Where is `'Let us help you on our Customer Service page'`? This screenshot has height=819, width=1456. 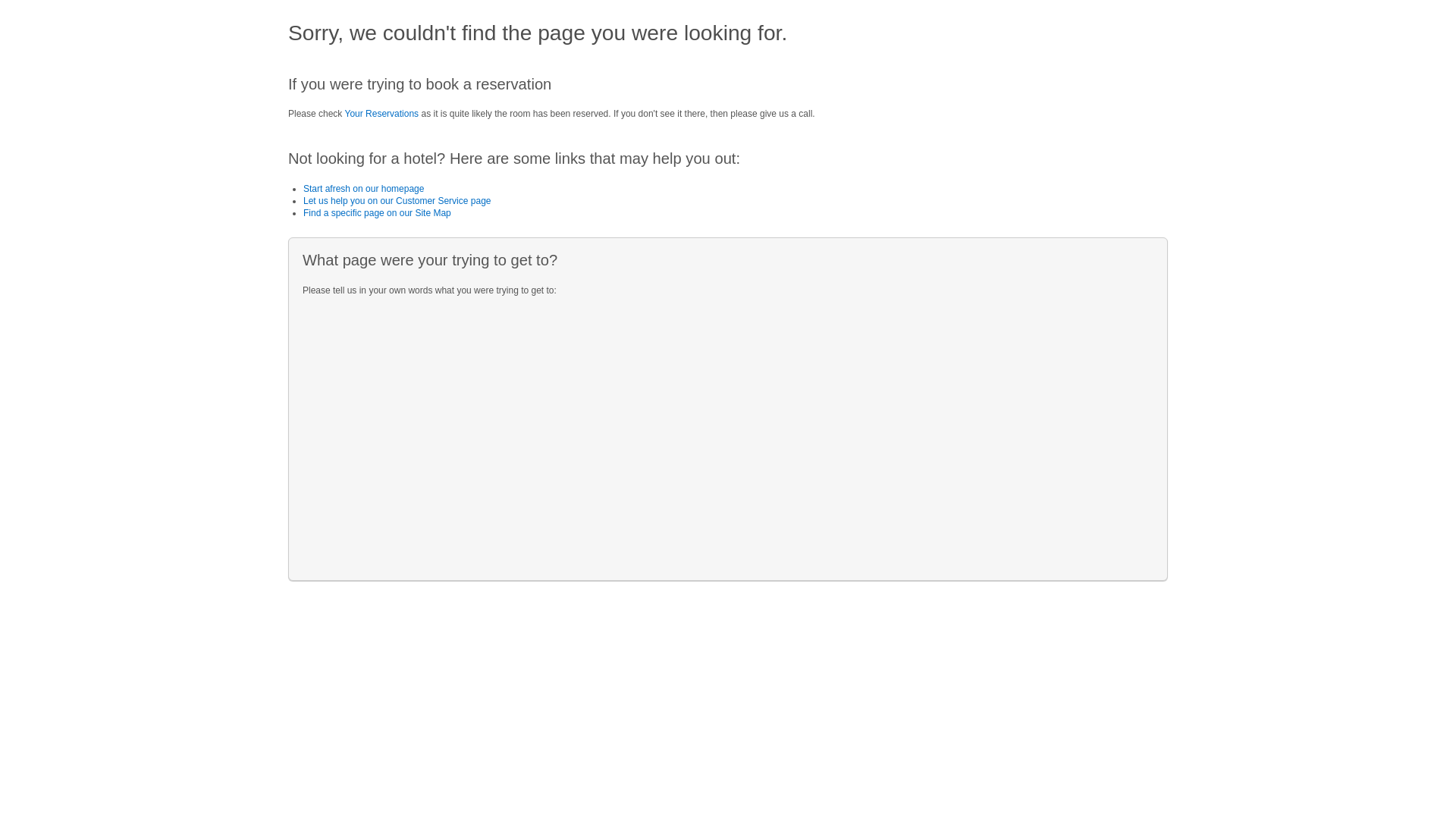 'Let us help you on our Customer Service page' is located at coordinates (397, 200).